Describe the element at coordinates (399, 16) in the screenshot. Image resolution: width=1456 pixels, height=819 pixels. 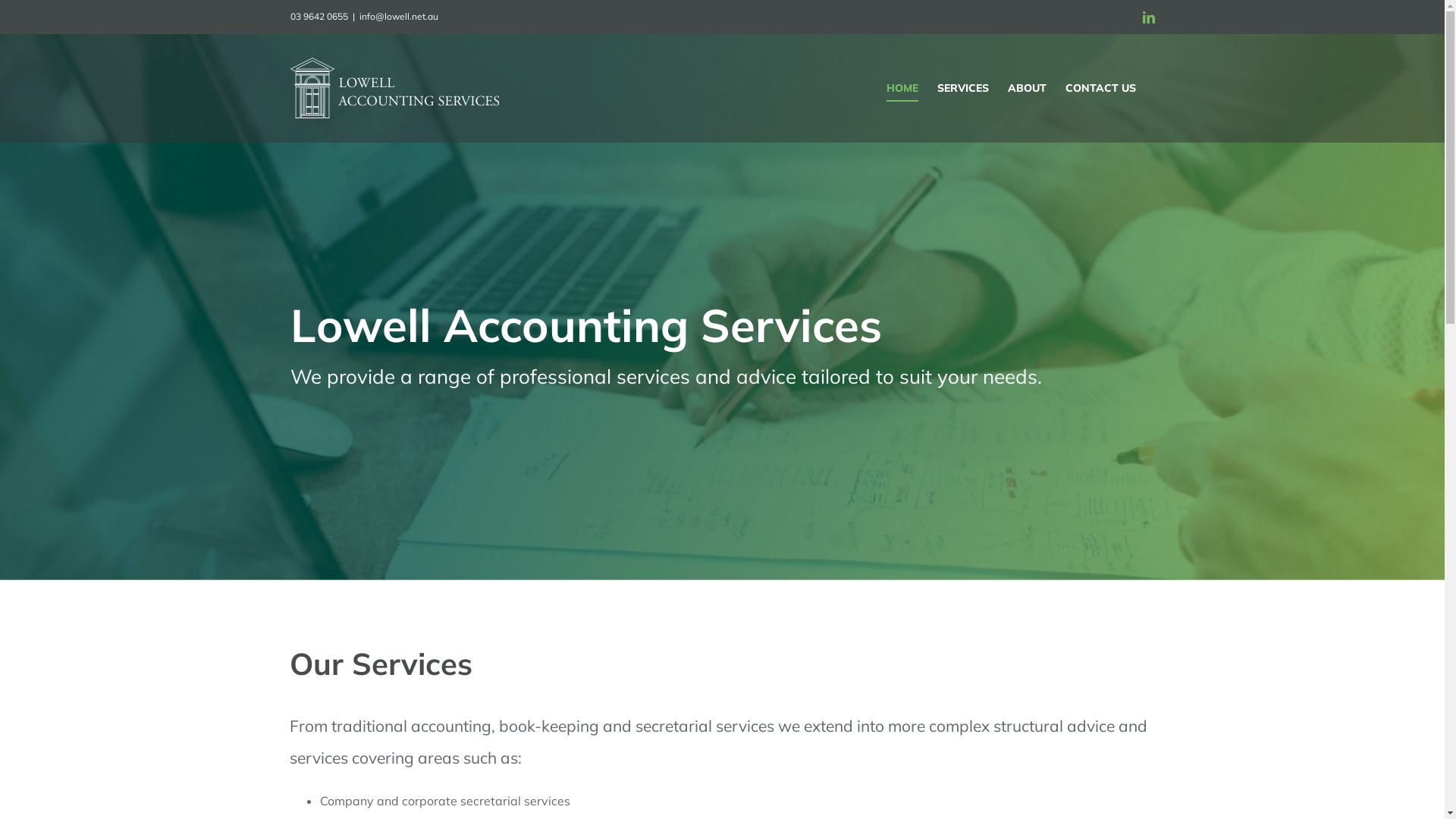
I see `'info@lowell.net.au'` at that location.